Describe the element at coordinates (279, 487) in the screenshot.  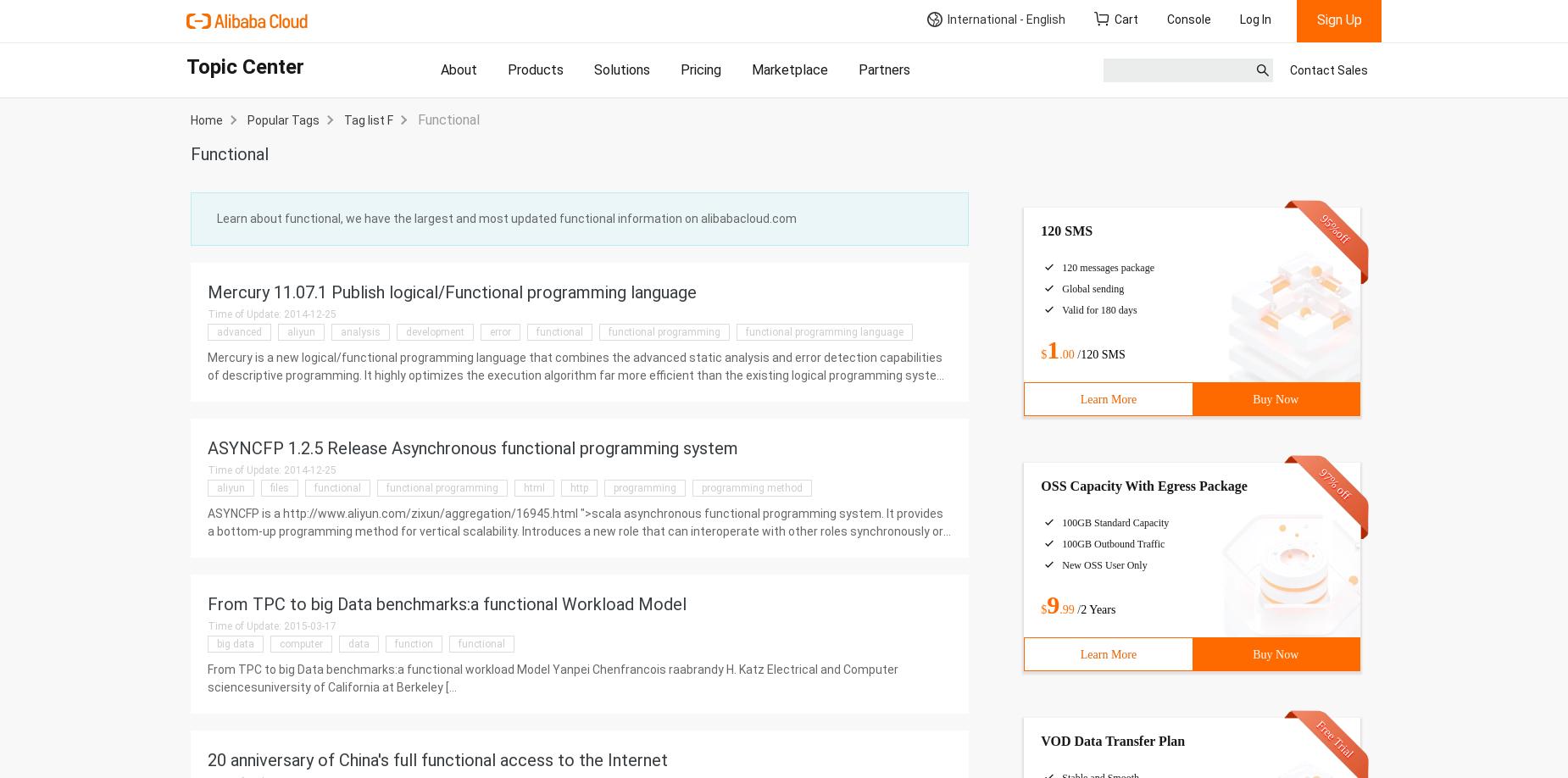
I see `'files'` at that location.